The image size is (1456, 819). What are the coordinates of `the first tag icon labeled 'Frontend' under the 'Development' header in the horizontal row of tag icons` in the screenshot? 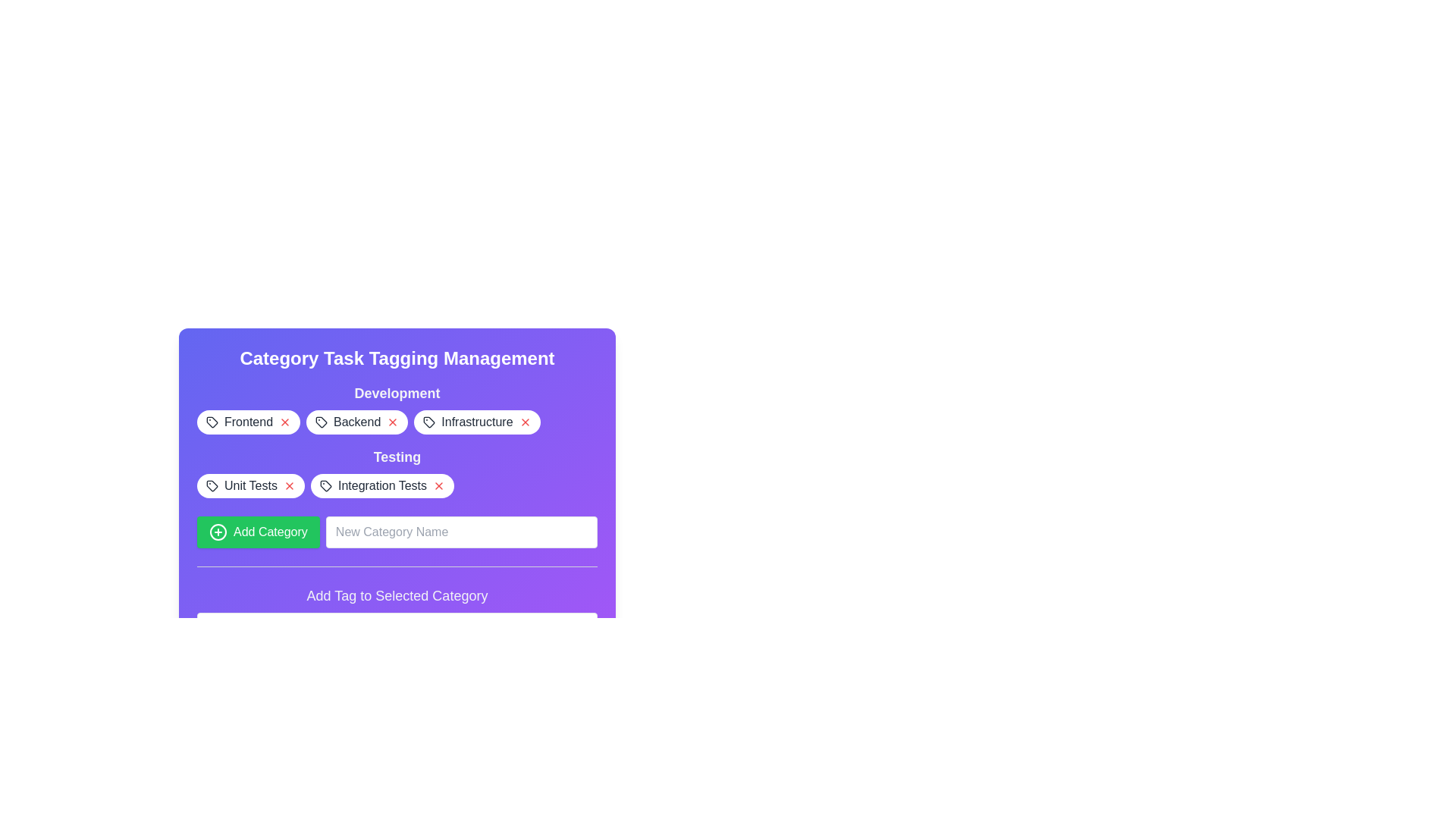 It's located at (211, 422).